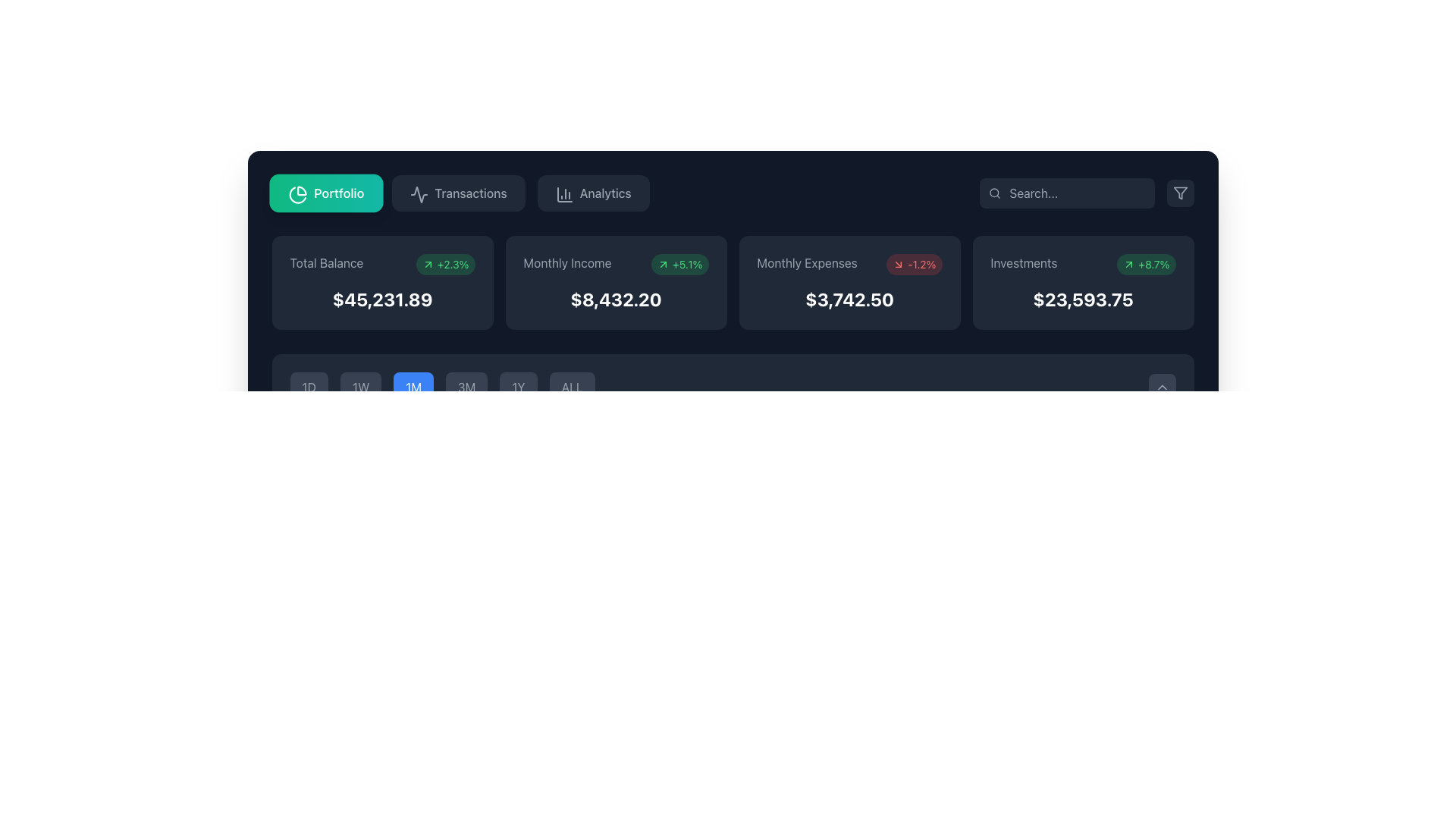  I want to click on the 'Analytics' text label, which serves as the label for the navigation button indicating the analytics feature, located in the top-center navigation bar, so click(604, 192).